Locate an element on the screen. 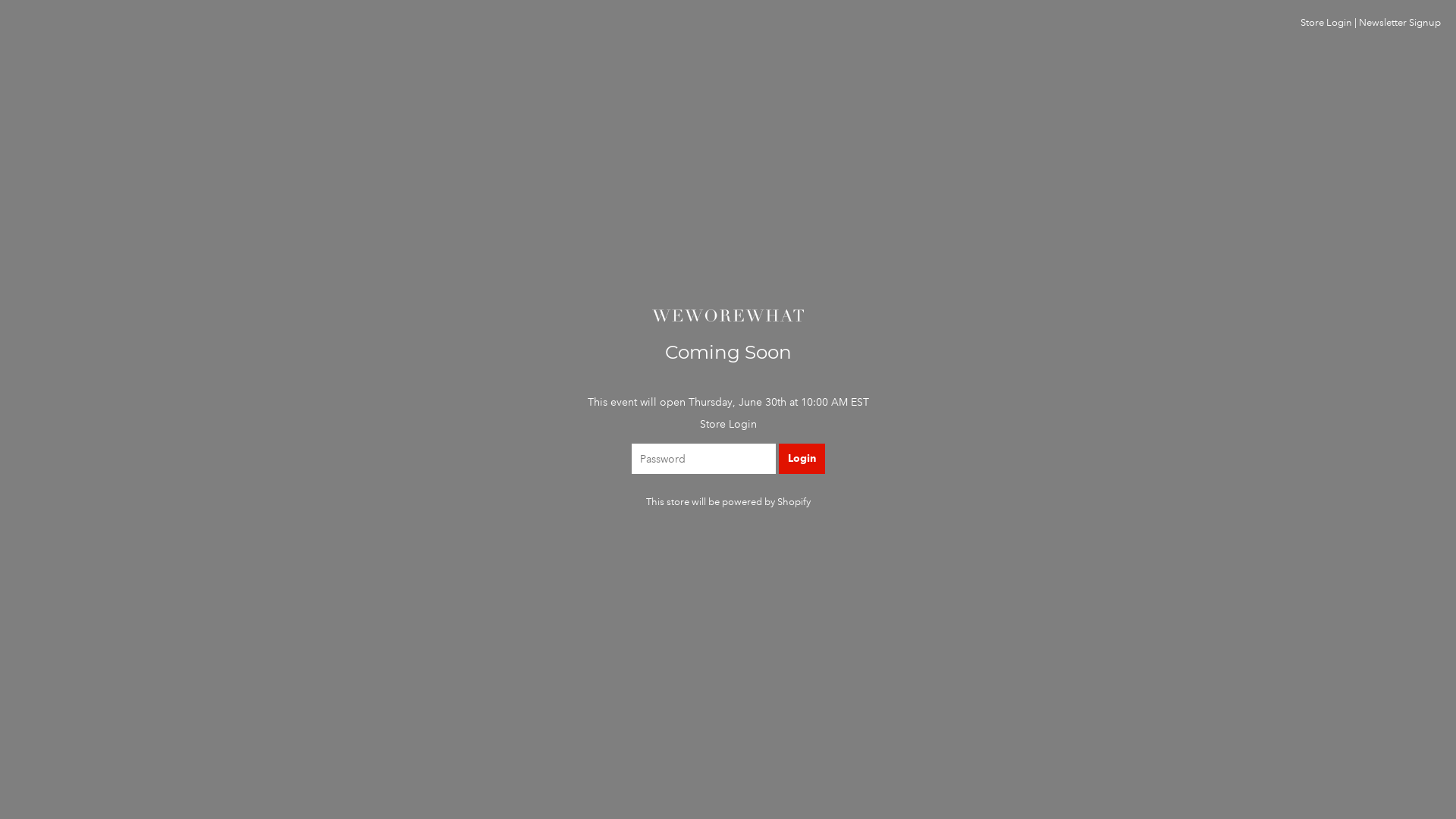 The width and height of the screenshot is (1456, 819). 'Login' is located at coordinates (800, 458).